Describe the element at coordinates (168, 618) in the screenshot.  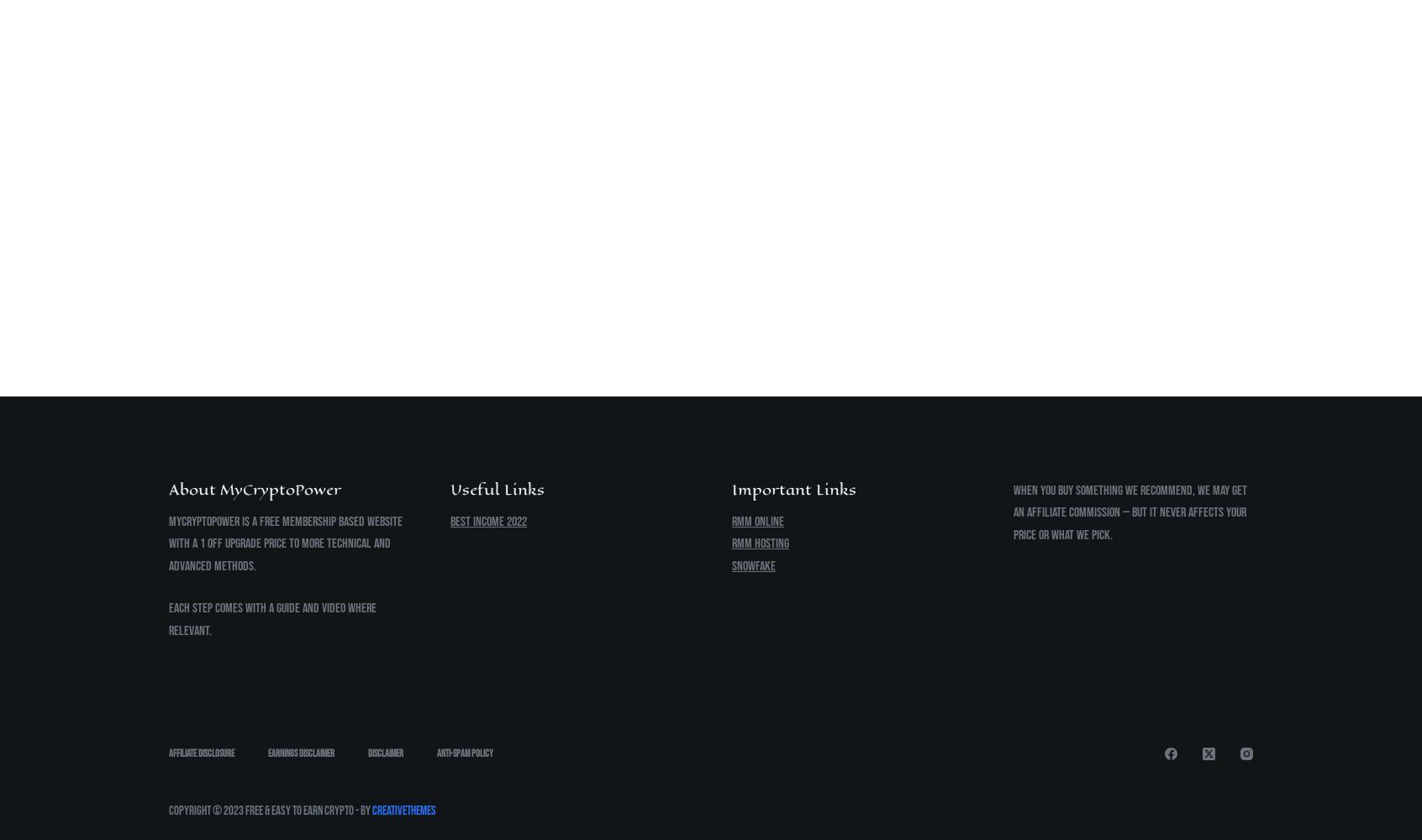
I see `'Each step comes with a guide and video where relevant.'` at that location.